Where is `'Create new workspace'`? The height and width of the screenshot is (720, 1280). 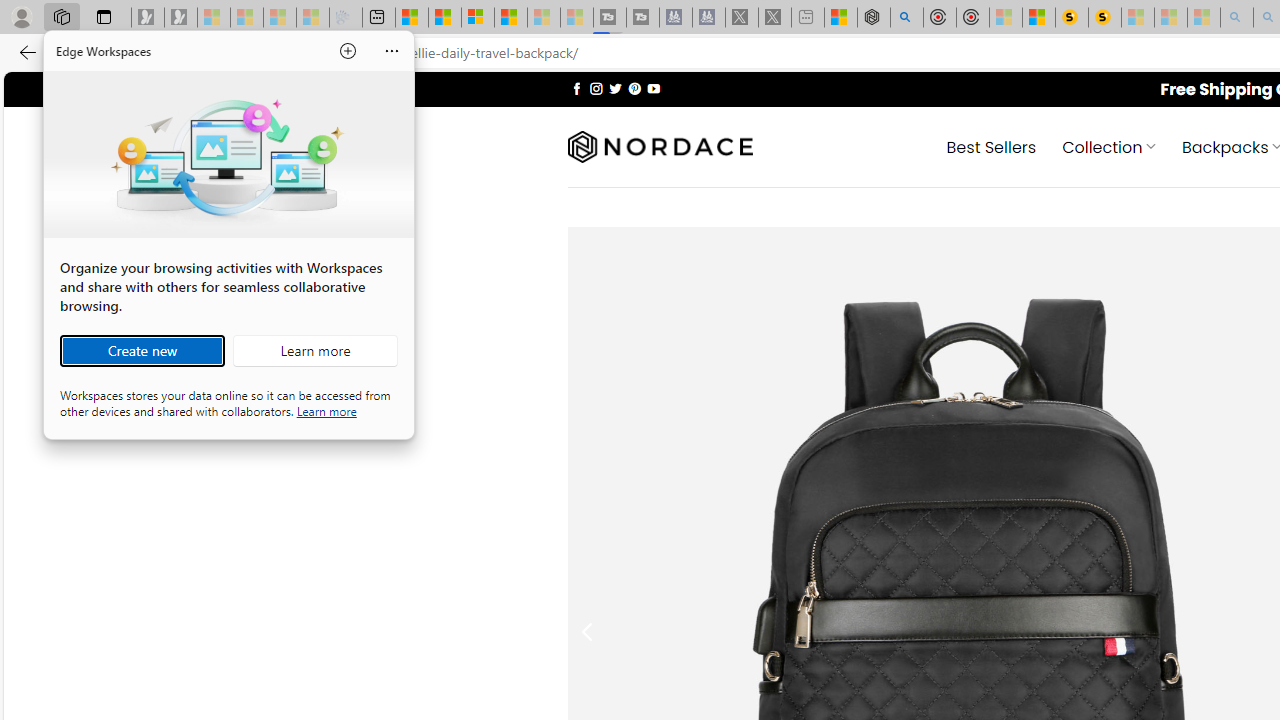
'Create new workspace' is located at coordinates (141, 350).